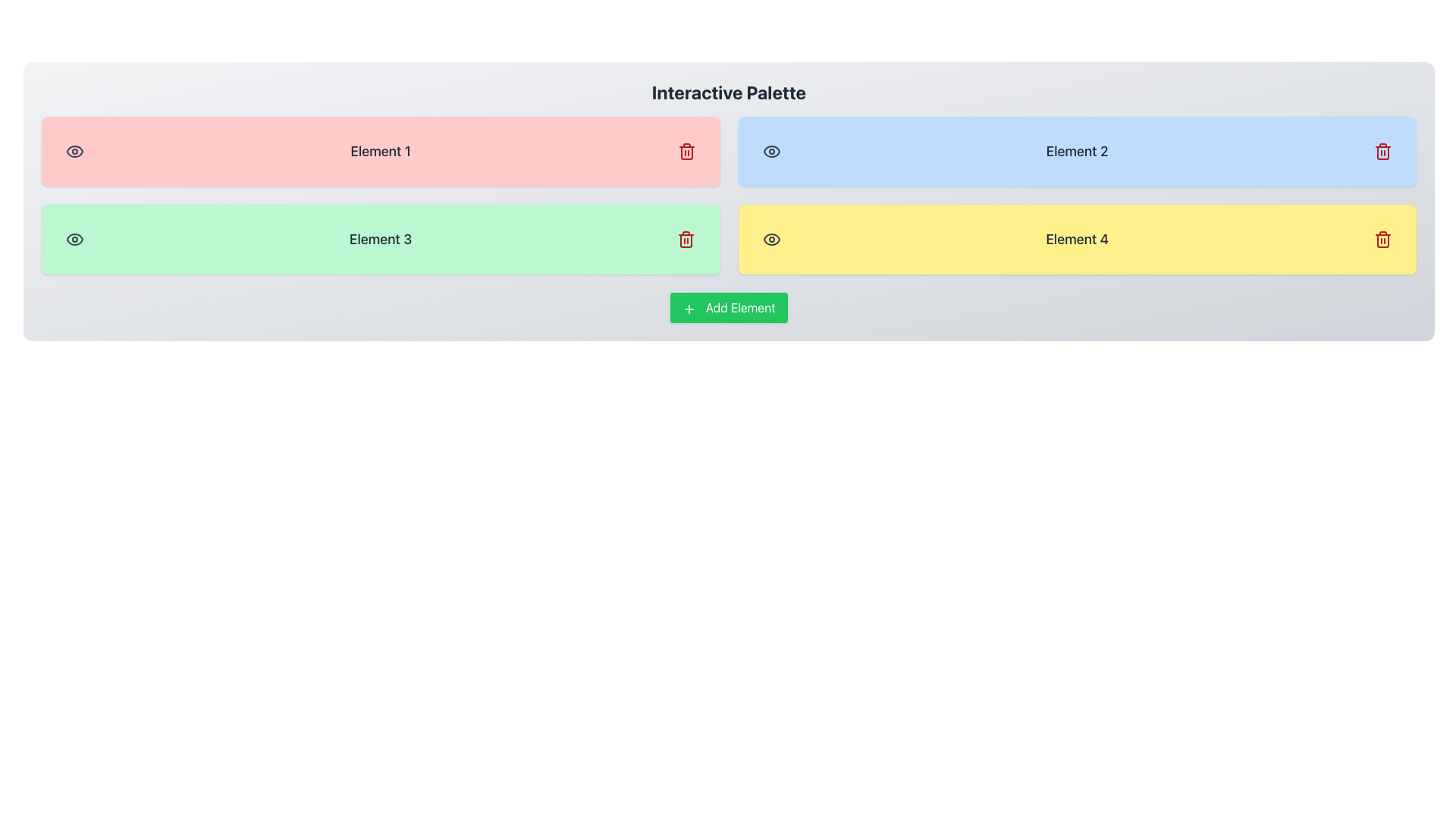  I want to click on the outer contour of the visibility icon located at the left side of the red-colored 'Element 1' module in the 'Interactive Palette' interface, so click(74, 152).